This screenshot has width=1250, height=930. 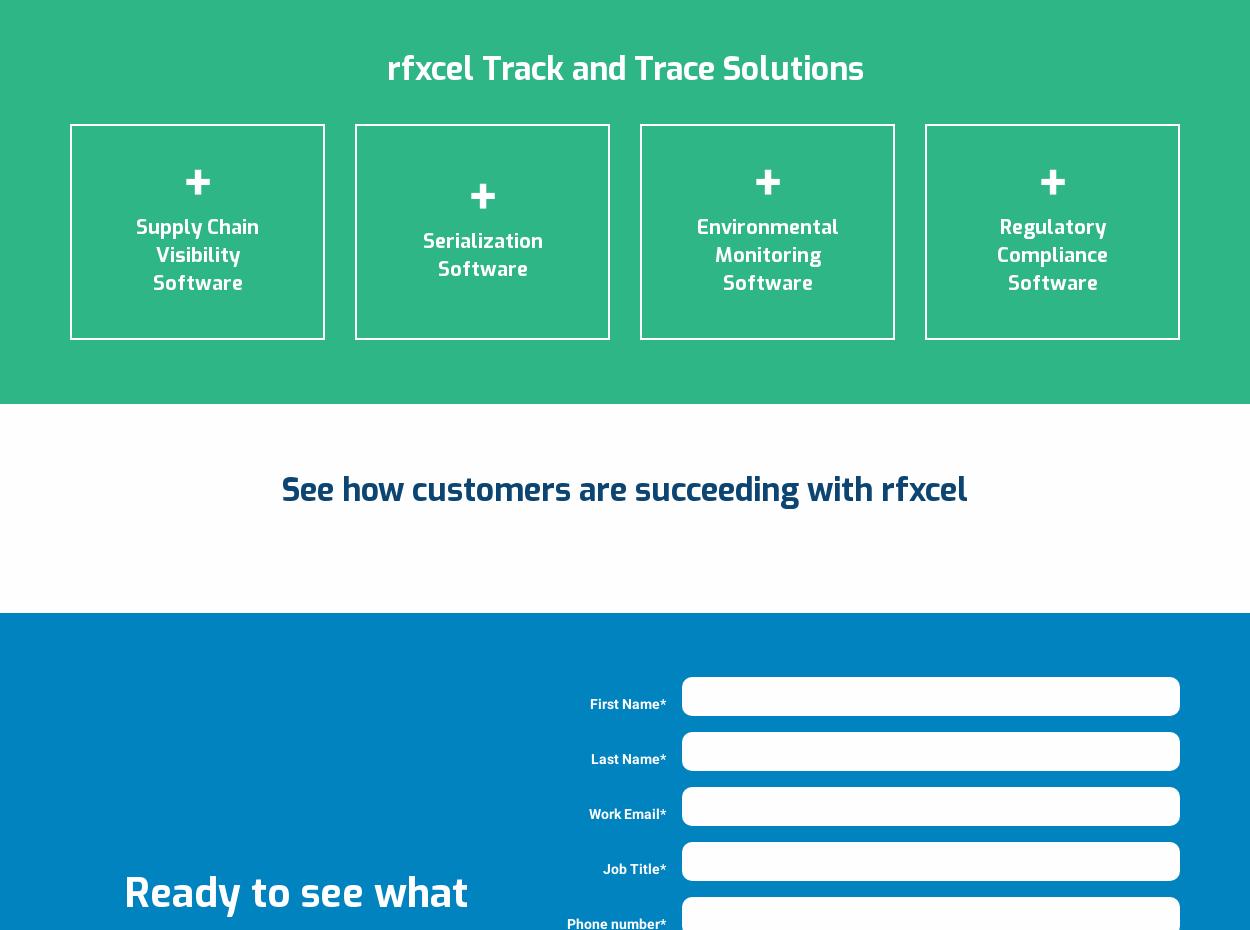 I want to click on 'Last Name', so click(x=590, y=758).